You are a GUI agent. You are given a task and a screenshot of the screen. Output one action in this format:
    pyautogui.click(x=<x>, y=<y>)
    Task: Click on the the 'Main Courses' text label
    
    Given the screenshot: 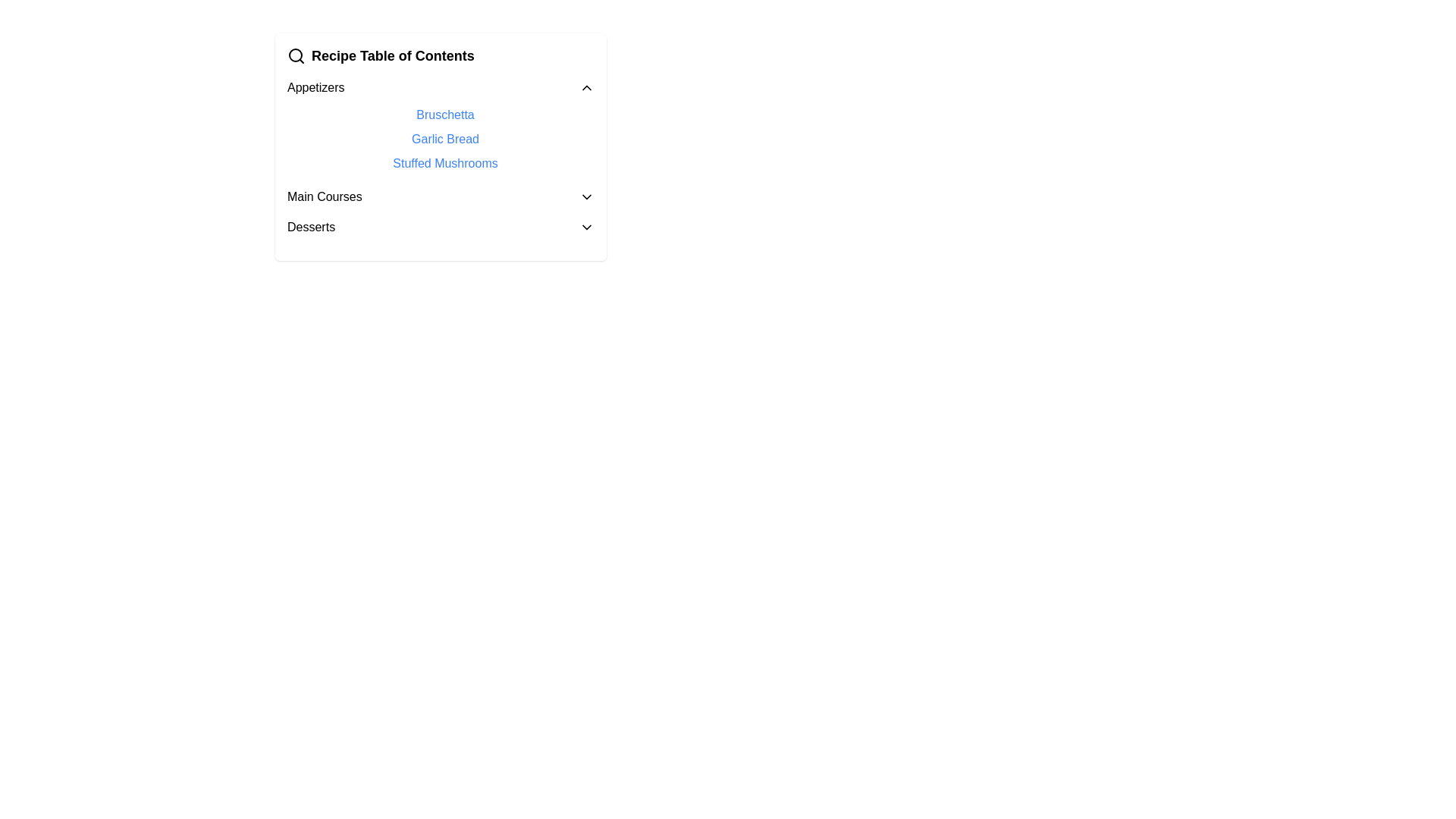 What is the action you would take?
    pyautogui.click(x=324, y=196)
    